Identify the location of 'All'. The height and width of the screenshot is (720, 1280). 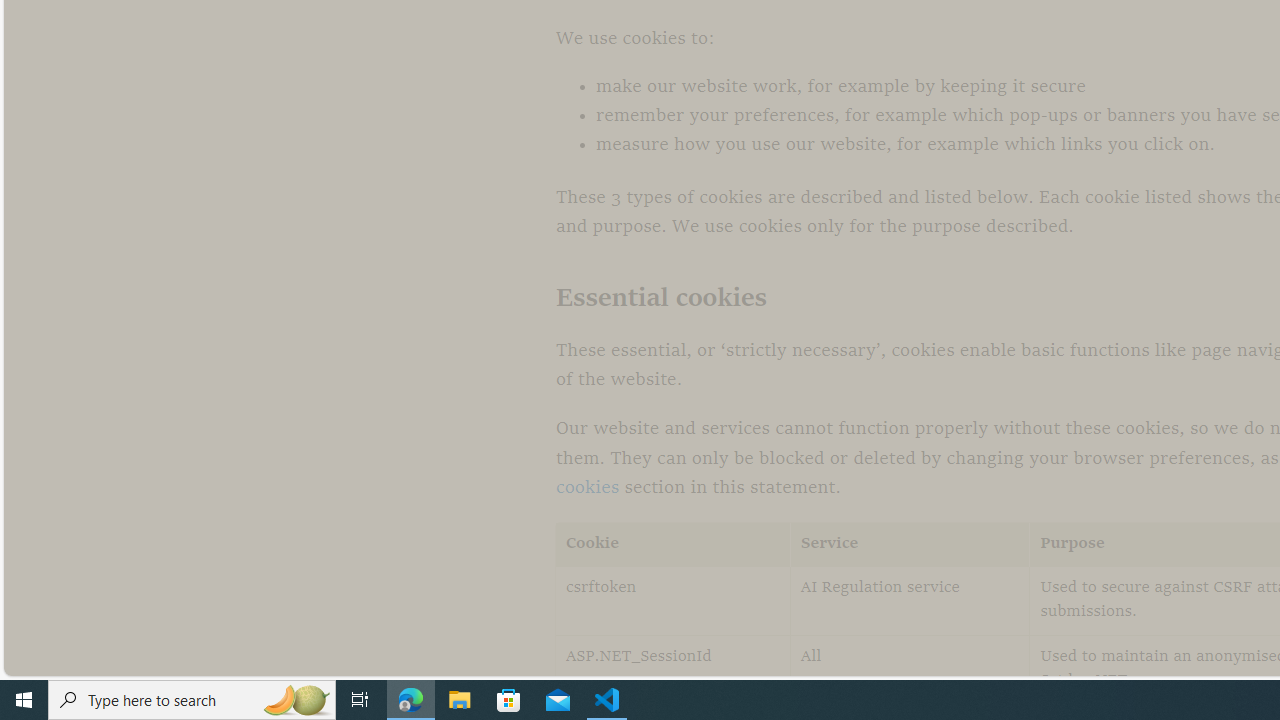
(909, 669).